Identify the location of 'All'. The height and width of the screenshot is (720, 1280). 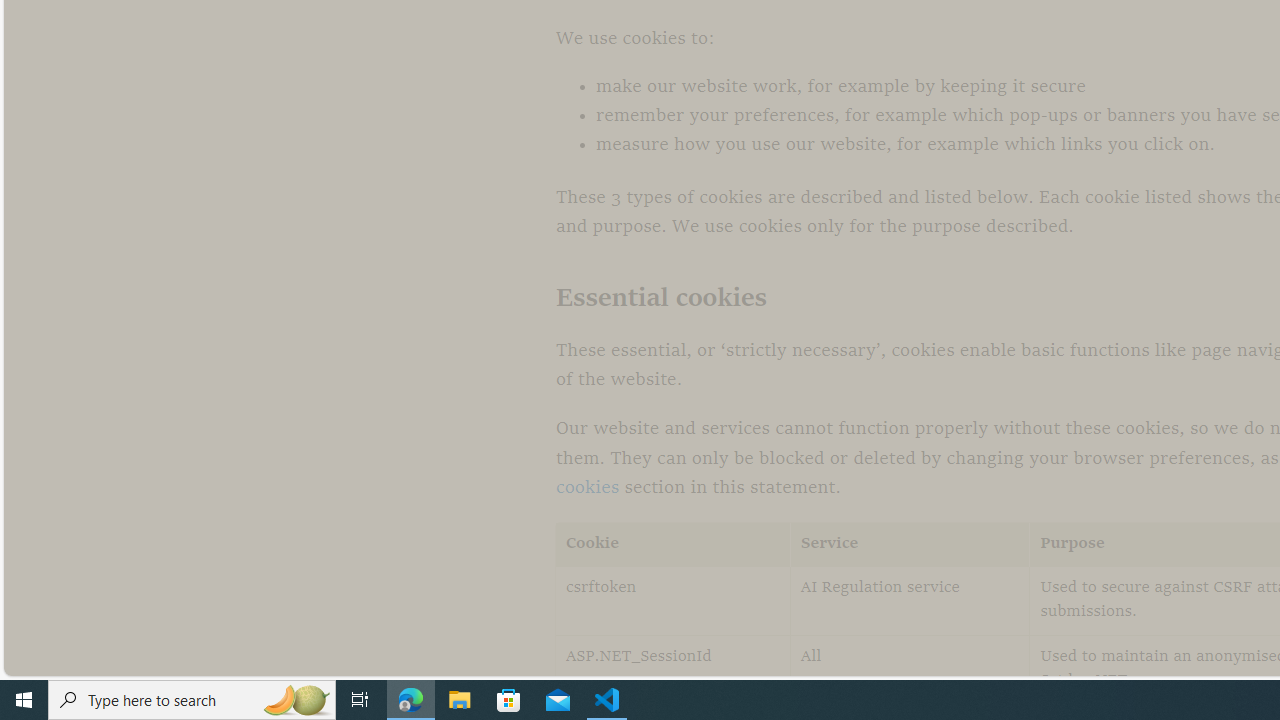
(909, 669).